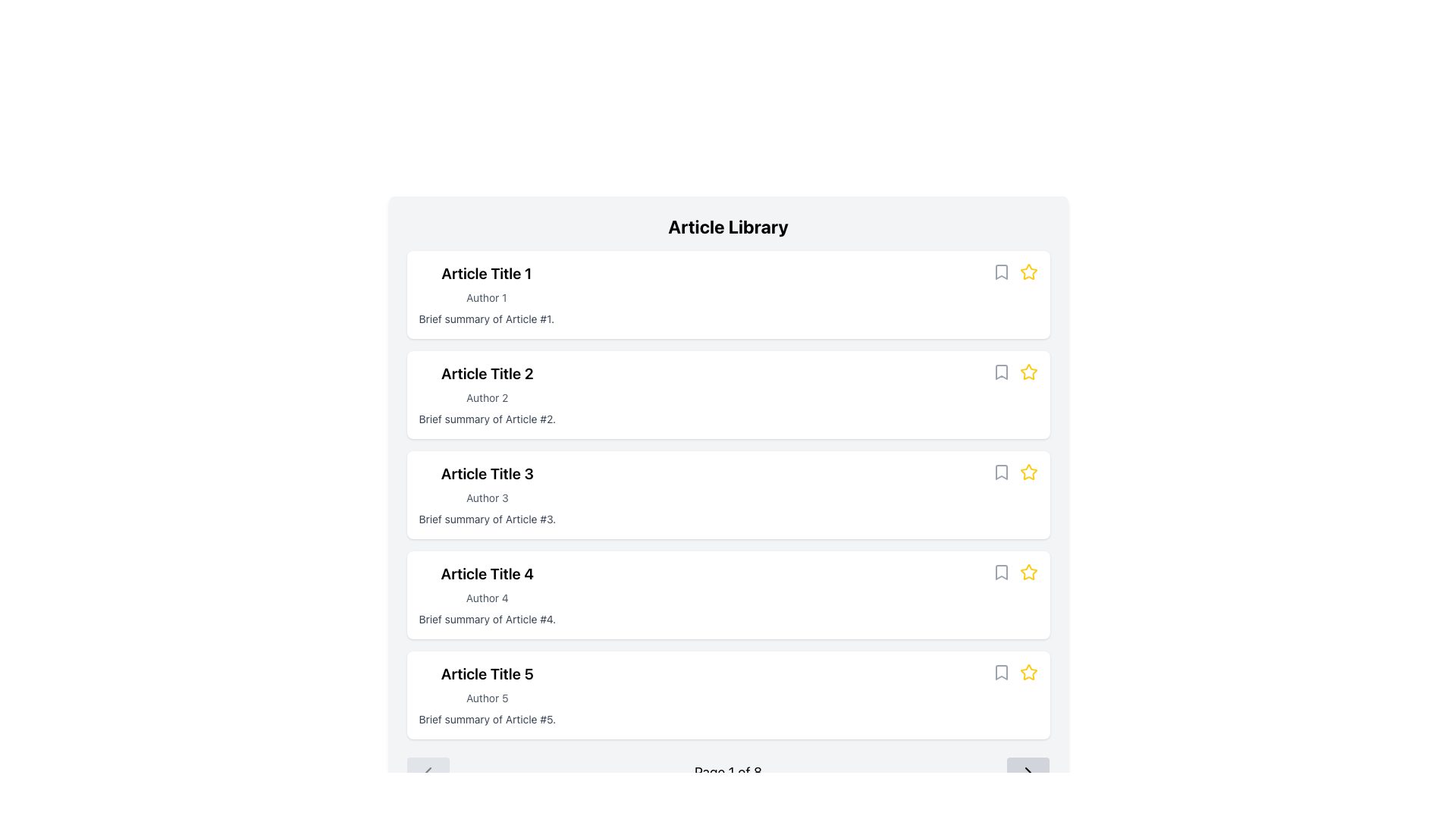  I want to click on the yellow star icon next to 'Article Title 4', so click(1028, 572).